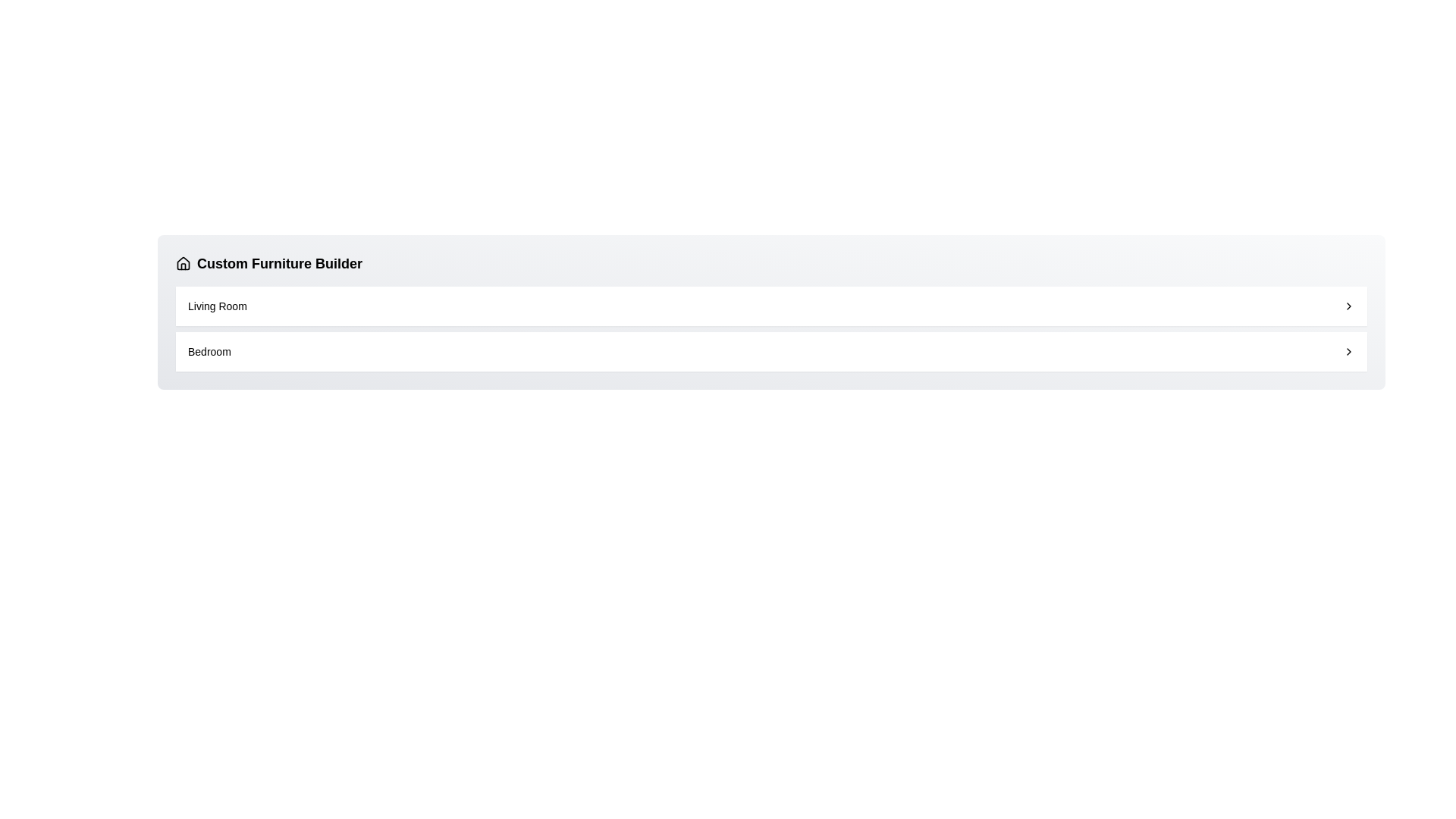 This screenshot has height=819, width=1456. What do you see at coordinates (182, 262) in the screenshot?
I see `the small house-shaped icon outlined in black, located to the left of the text 'Custom Furniture Builder' in the top section of the interface` at bounding box center [182, 262].